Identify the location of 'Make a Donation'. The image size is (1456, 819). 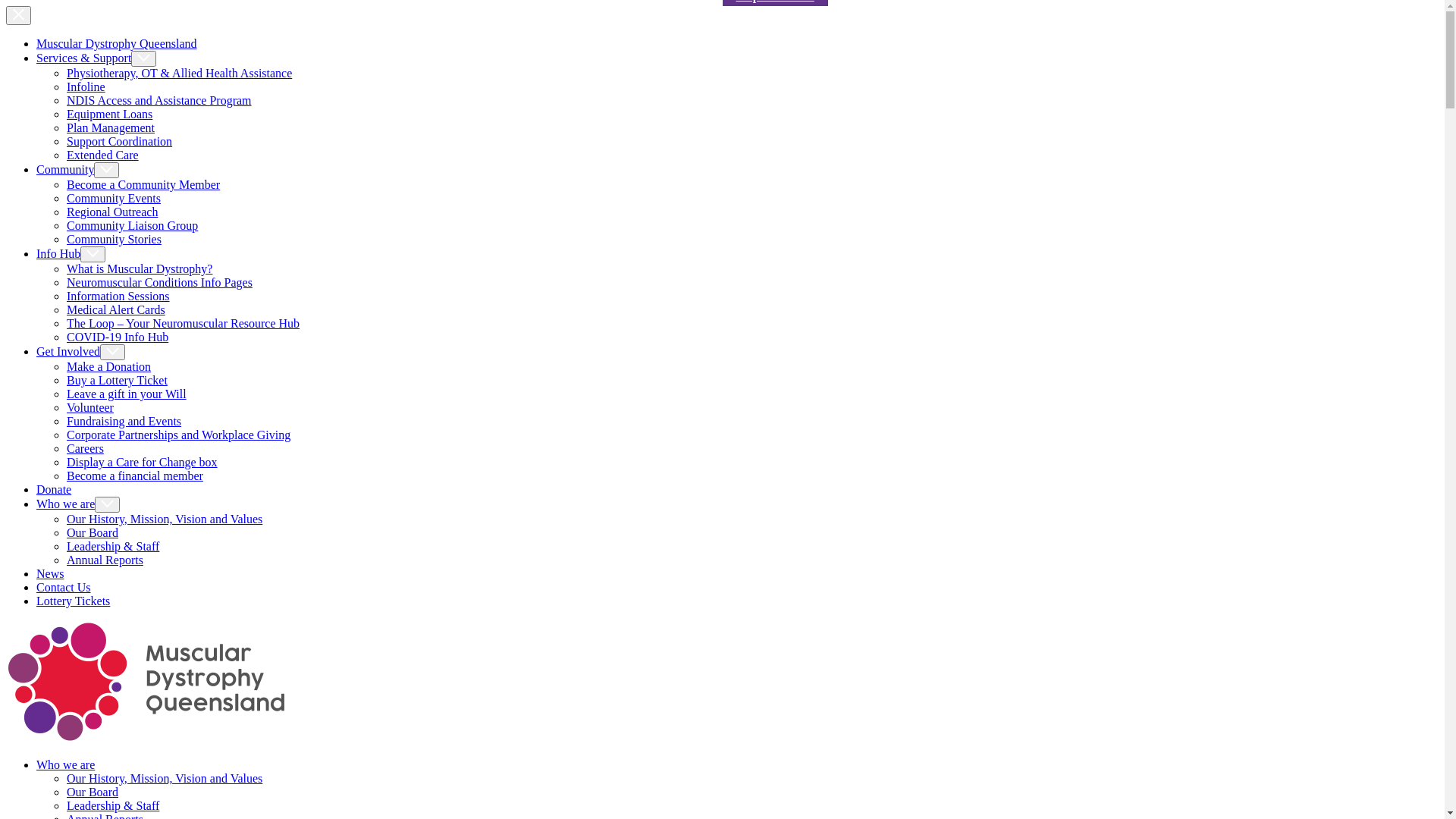
(108, 366).